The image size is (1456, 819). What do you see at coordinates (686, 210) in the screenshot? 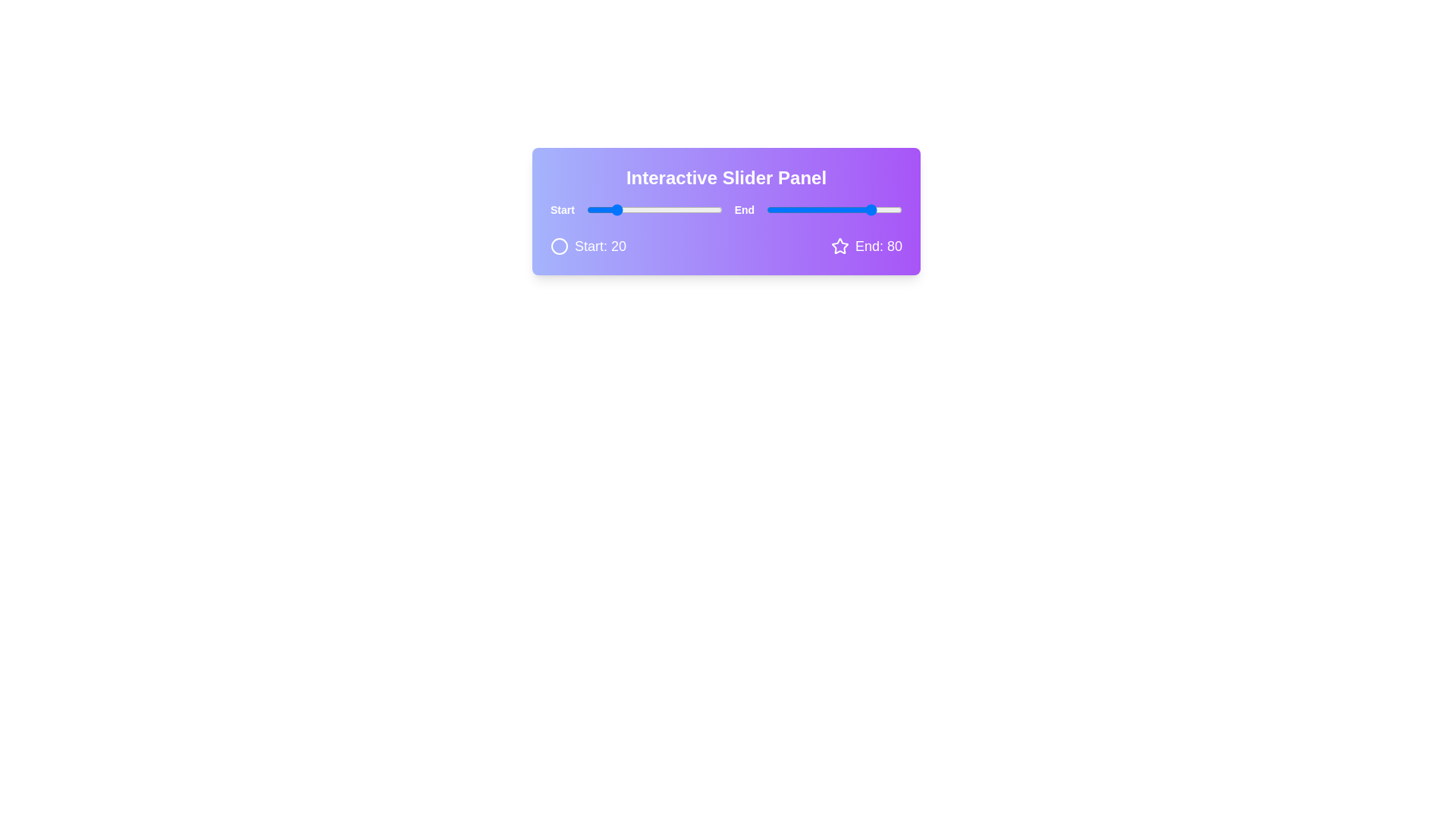
I see `the start slider` at bounding box center [686, 210].